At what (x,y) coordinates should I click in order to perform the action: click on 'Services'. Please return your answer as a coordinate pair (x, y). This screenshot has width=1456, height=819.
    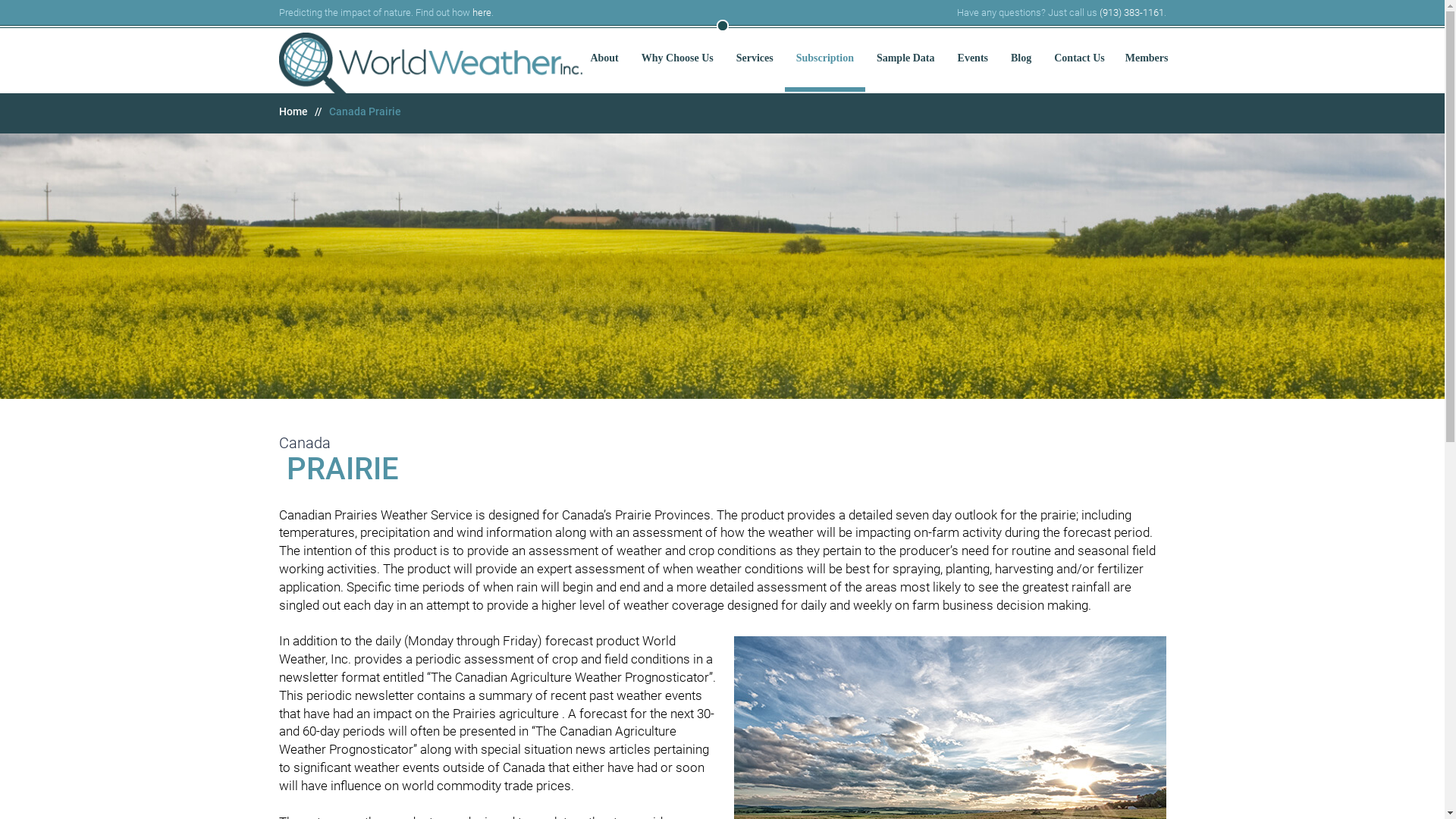
    Looking at the image, I should click on (755, 57).